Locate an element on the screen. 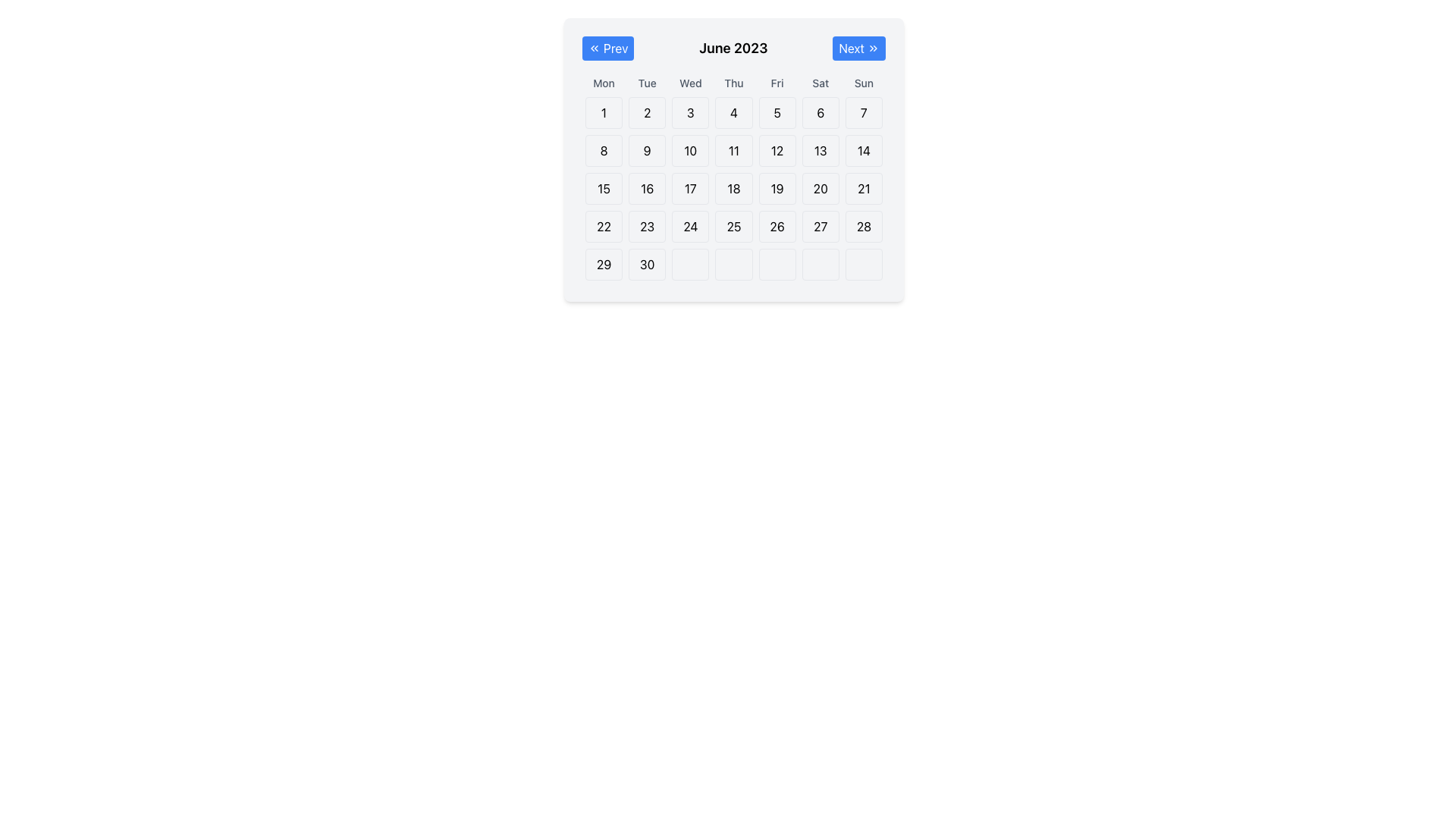  the button representing the date '6' in the current month's calendar view is located at coordinates (820, 112).